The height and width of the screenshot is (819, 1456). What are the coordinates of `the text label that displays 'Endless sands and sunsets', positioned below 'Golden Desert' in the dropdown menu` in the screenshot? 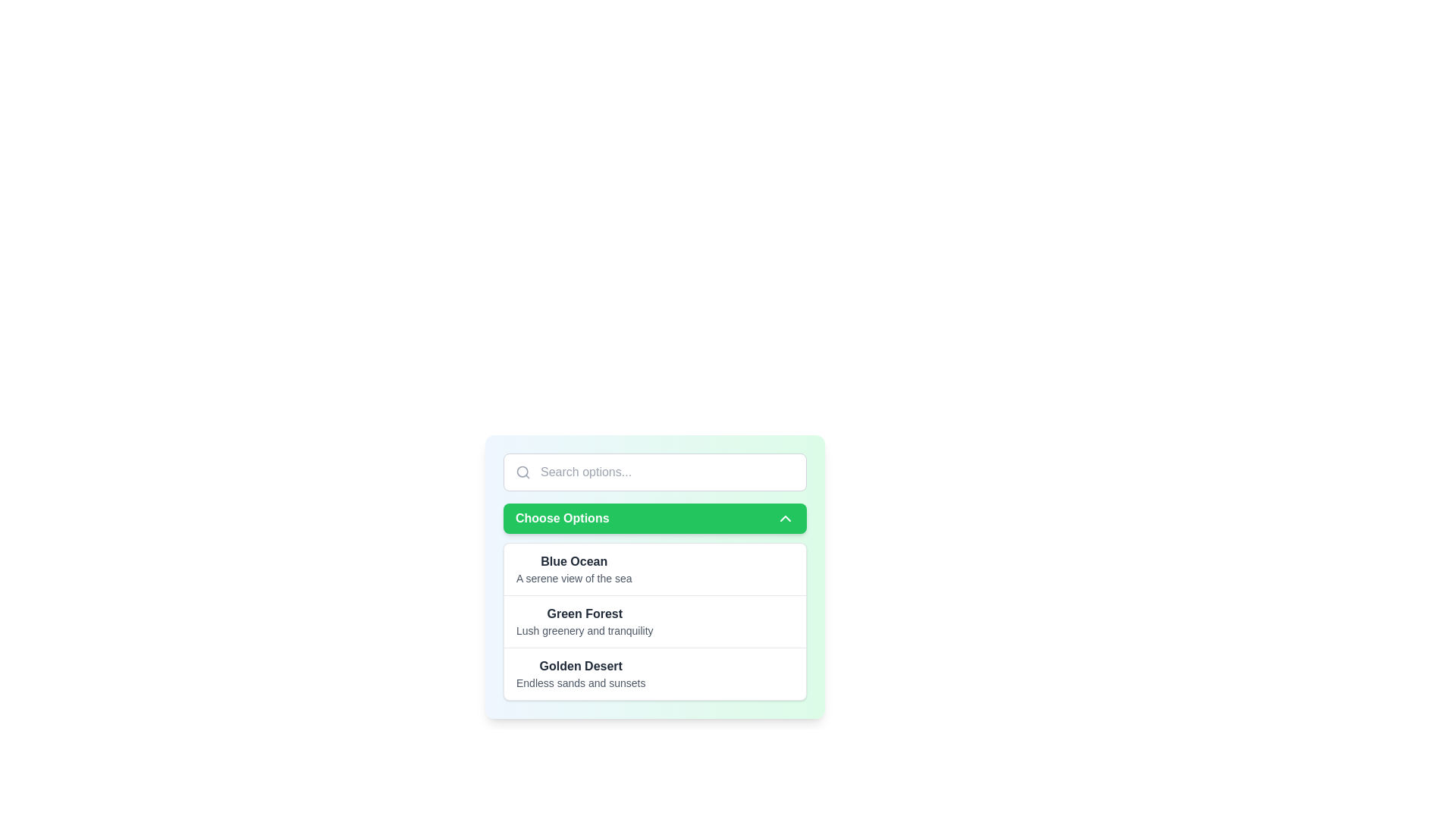 It's located at (580, 683).